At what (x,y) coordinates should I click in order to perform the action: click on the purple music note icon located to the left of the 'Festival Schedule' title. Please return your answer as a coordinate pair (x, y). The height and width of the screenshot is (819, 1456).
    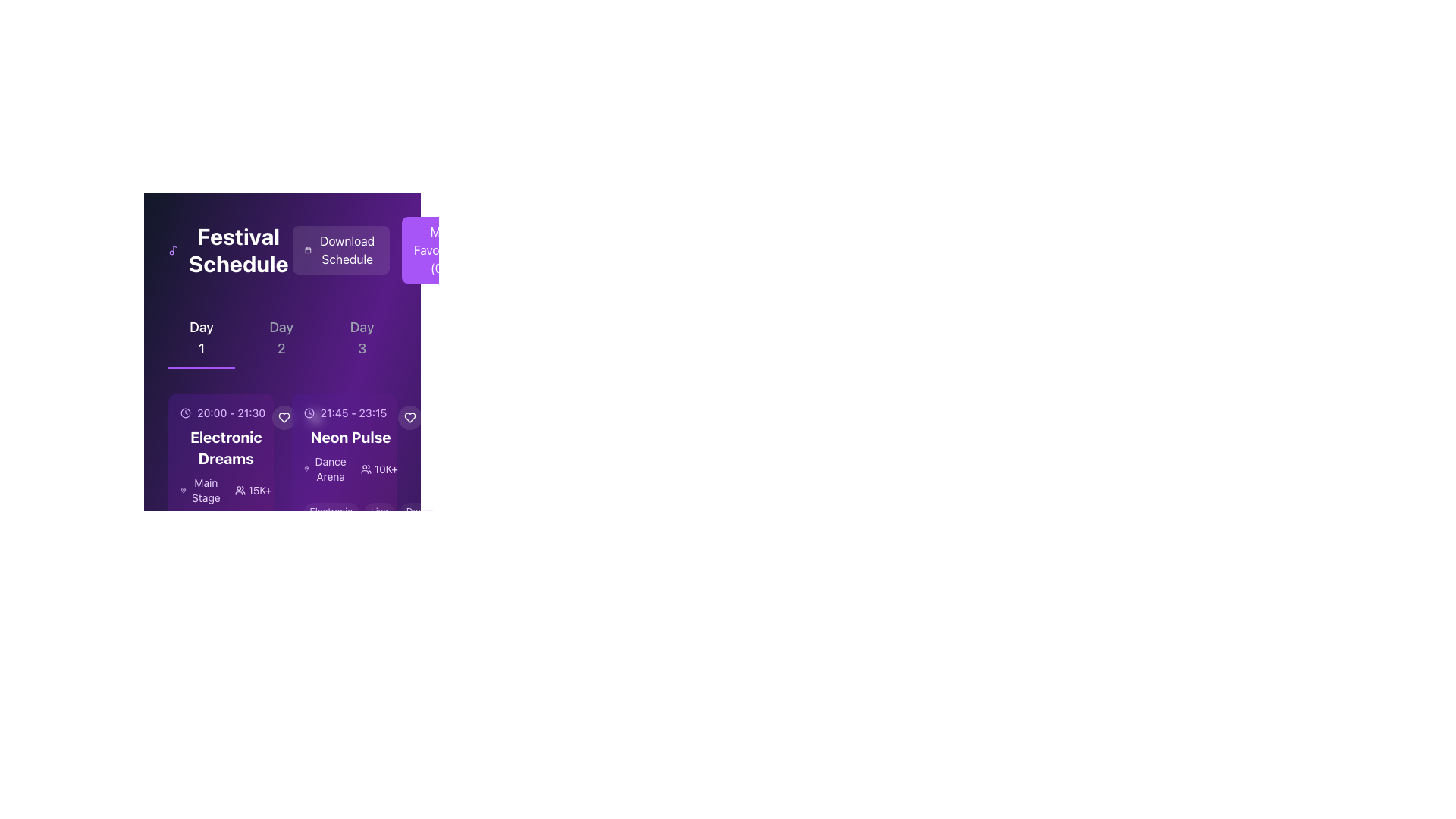
    Looking at the image, I should click on (173, 249).